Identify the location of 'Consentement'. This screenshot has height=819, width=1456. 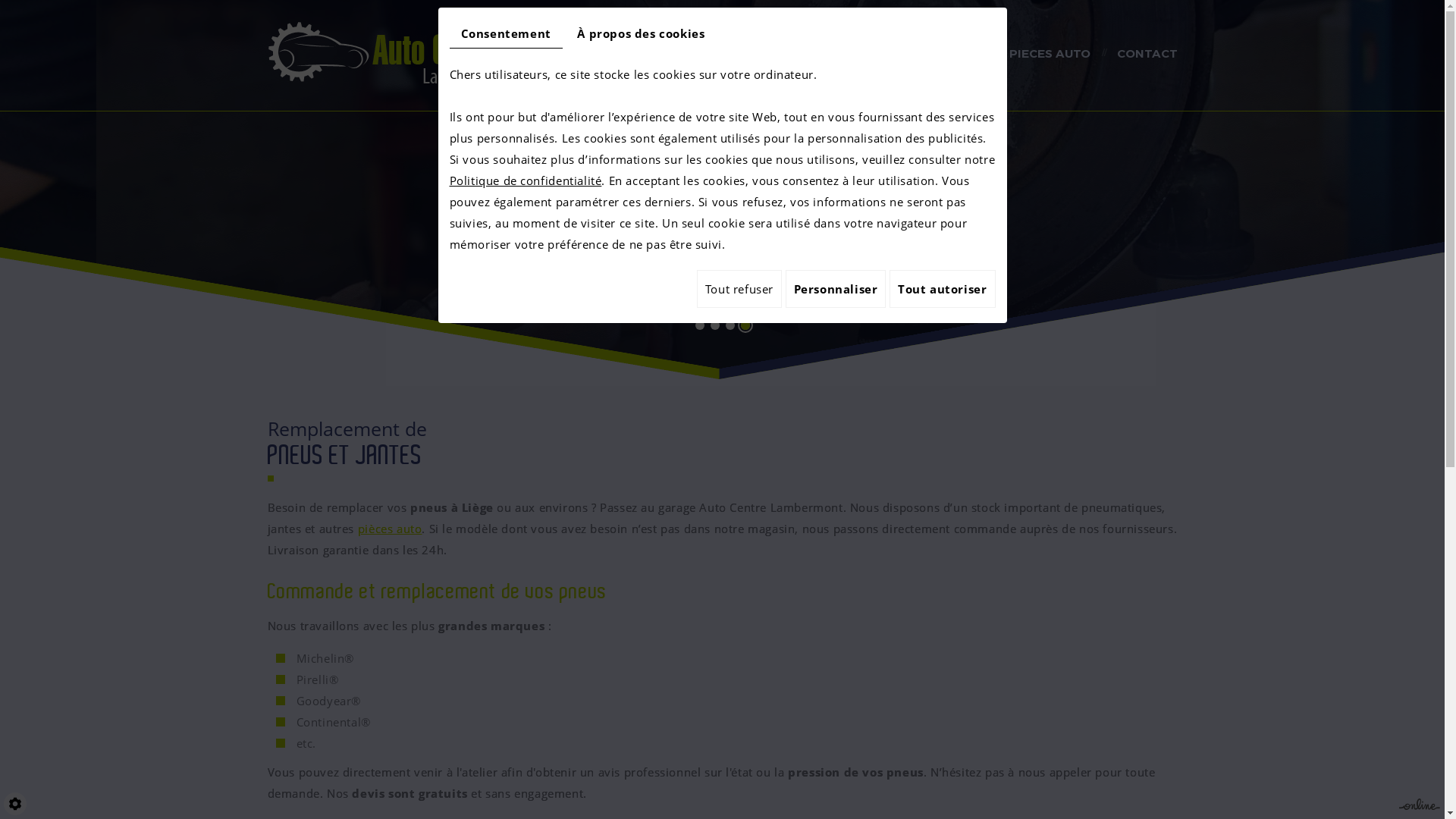
(505, 33).